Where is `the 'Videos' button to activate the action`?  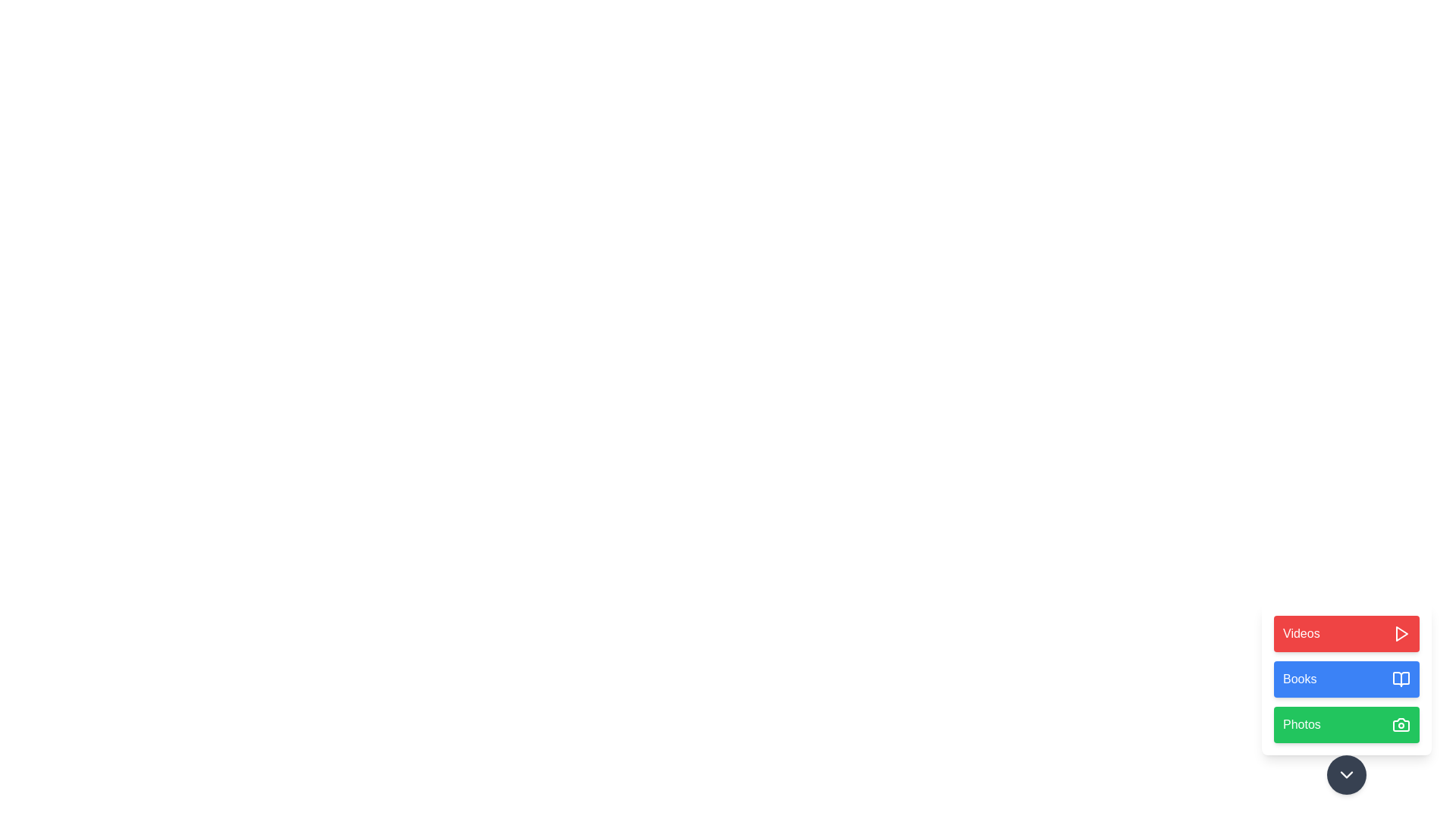 the 'Videos' button to activate the action is located at coordinates (1347, 634).